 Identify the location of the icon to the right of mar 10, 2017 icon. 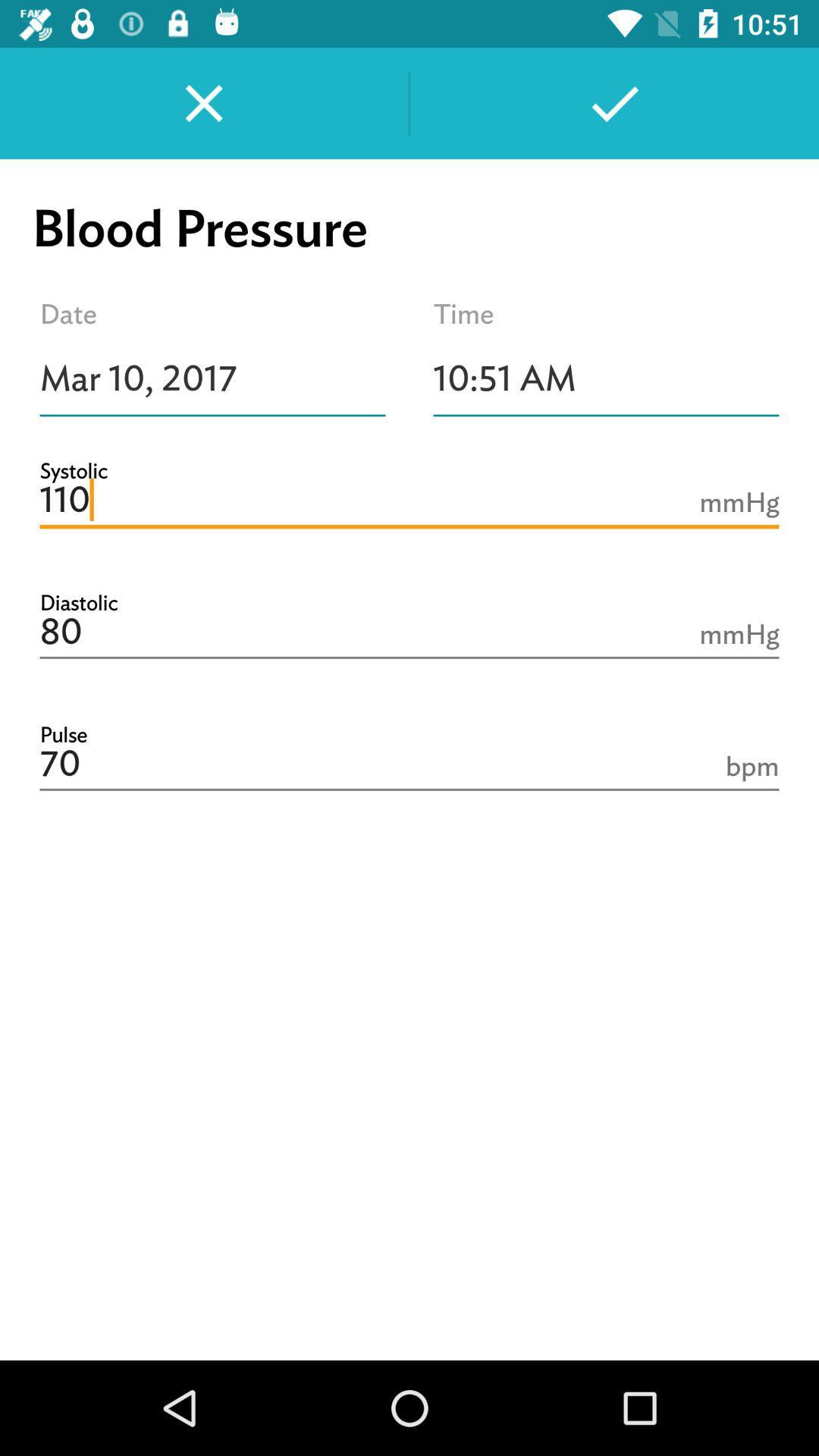
(605, 378).